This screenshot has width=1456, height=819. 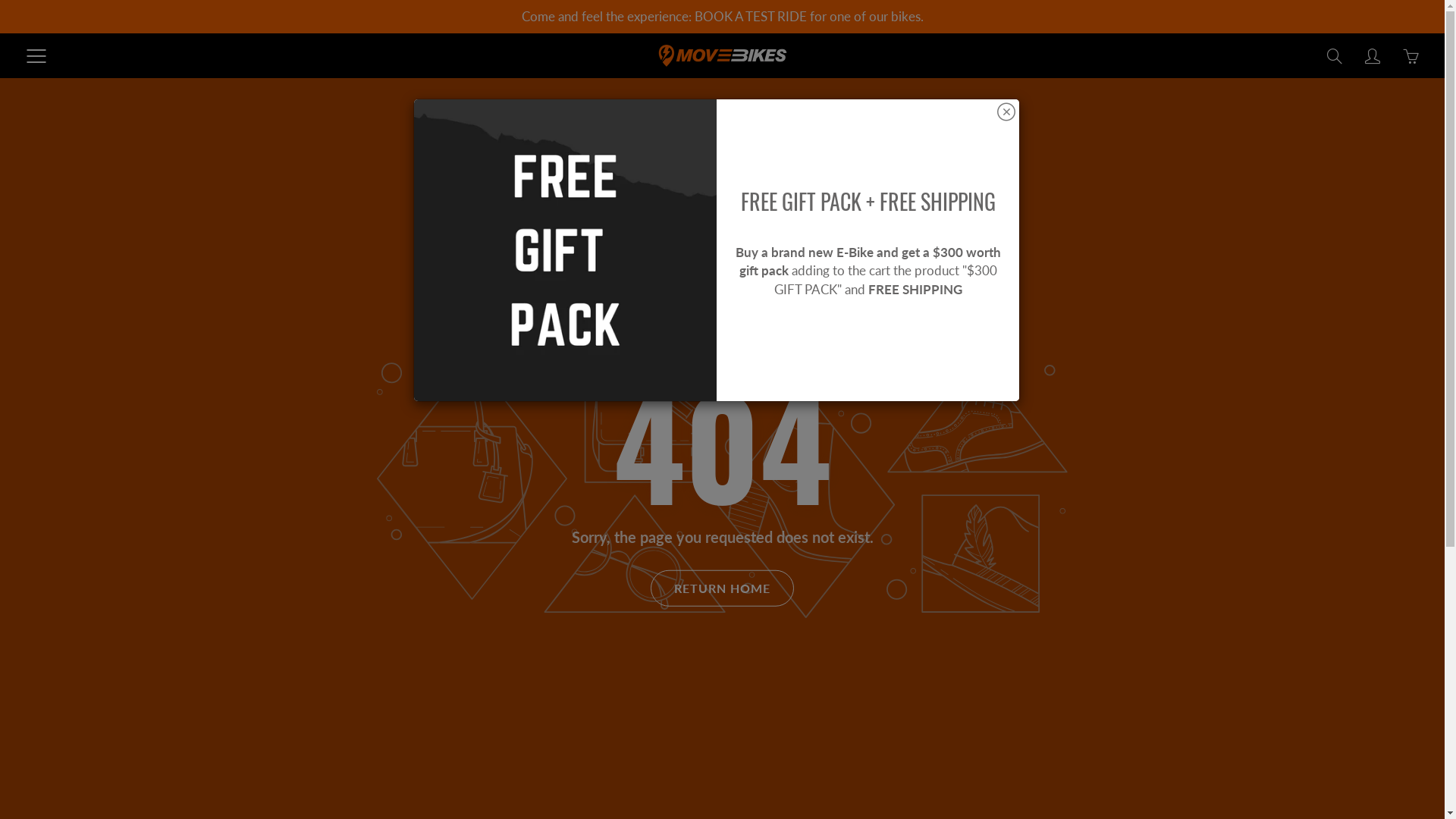 What do you see at coordinates (36, 55) in the screenshot?
I see `'Press space bar to toggle menu'` at bounding box center [36, 55].